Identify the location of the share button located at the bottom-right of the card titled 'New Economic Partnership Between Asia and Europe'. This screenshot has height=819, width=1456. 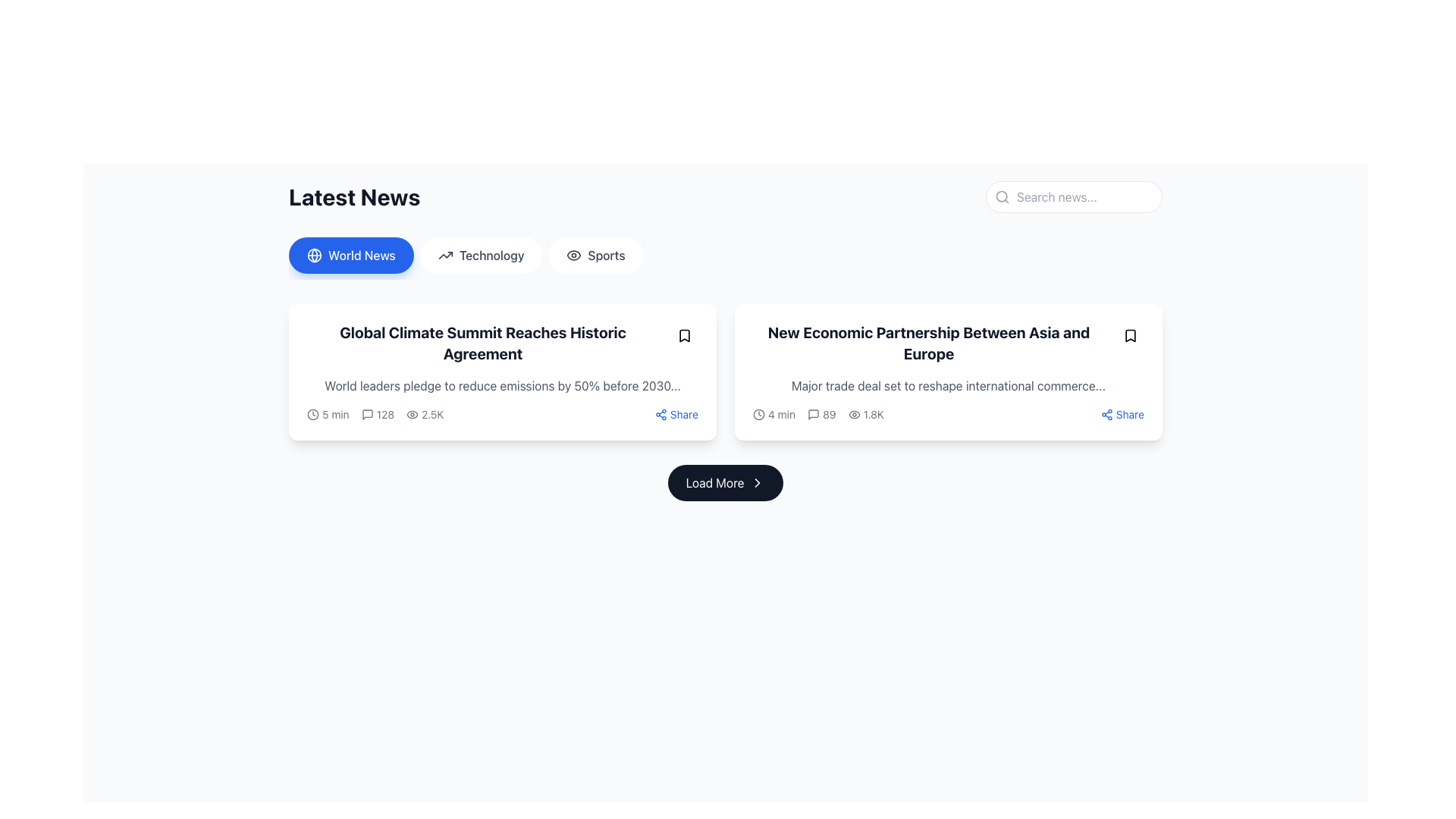
(1122, 415).